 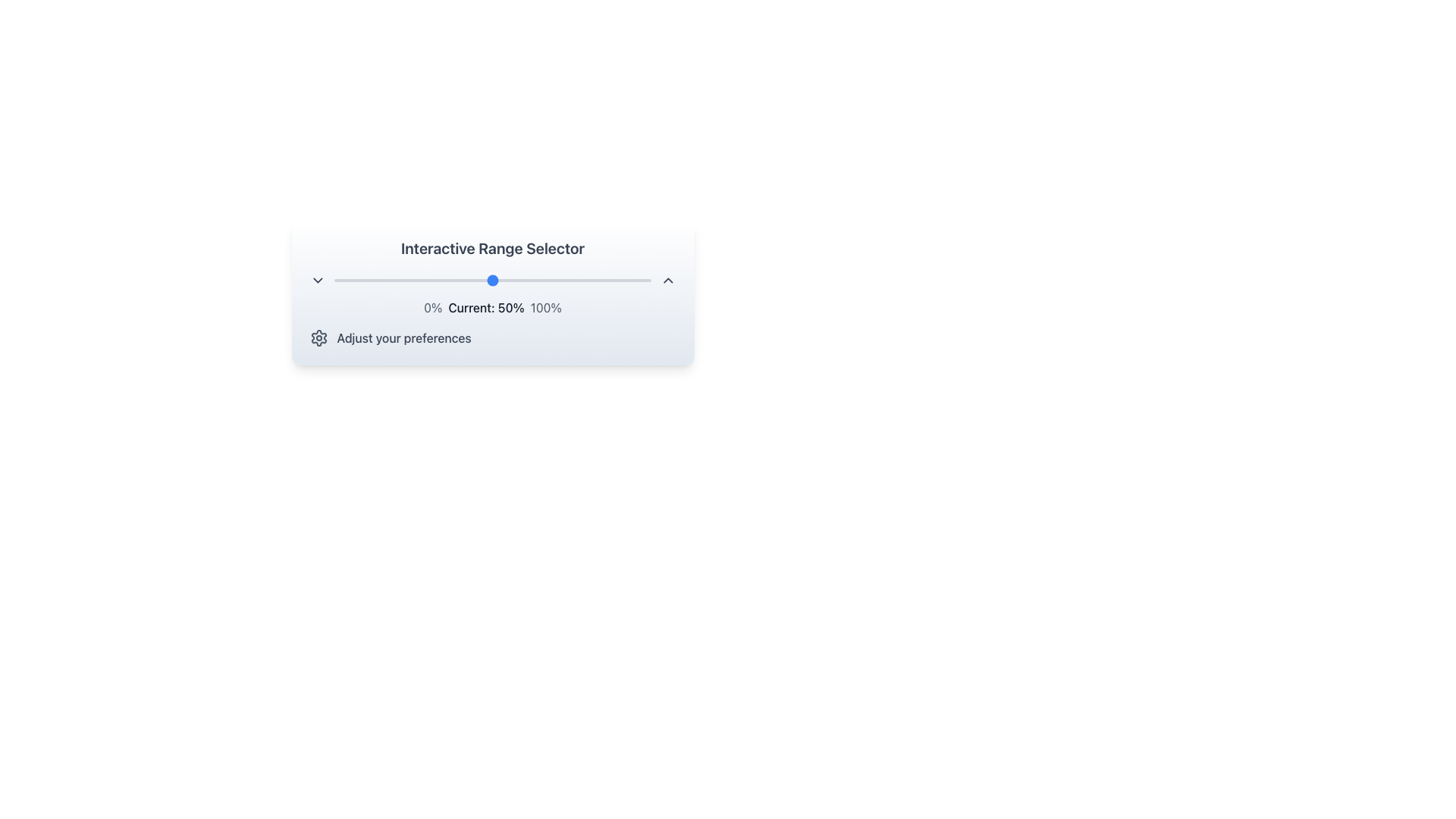 I want to click on the slider value, so click(x=642, y=281).